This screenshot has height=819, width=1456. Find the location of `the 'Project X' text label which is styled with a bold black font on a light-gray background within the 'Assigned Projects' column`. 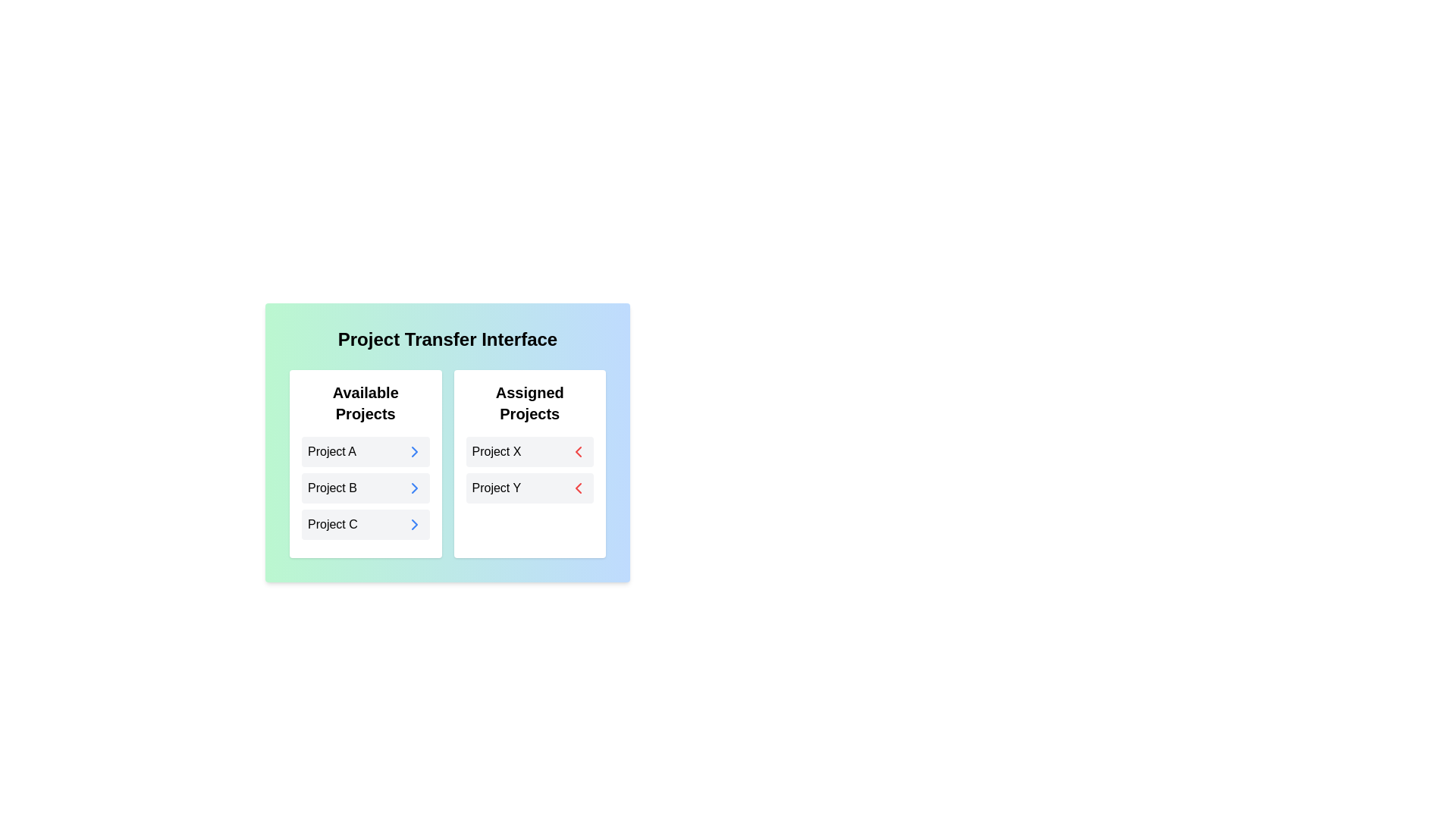

the 'Project X' text label which is styled with a bold black font on a light-gray background within the 'Assigned Projects' column is located at coordinates (496, 451).